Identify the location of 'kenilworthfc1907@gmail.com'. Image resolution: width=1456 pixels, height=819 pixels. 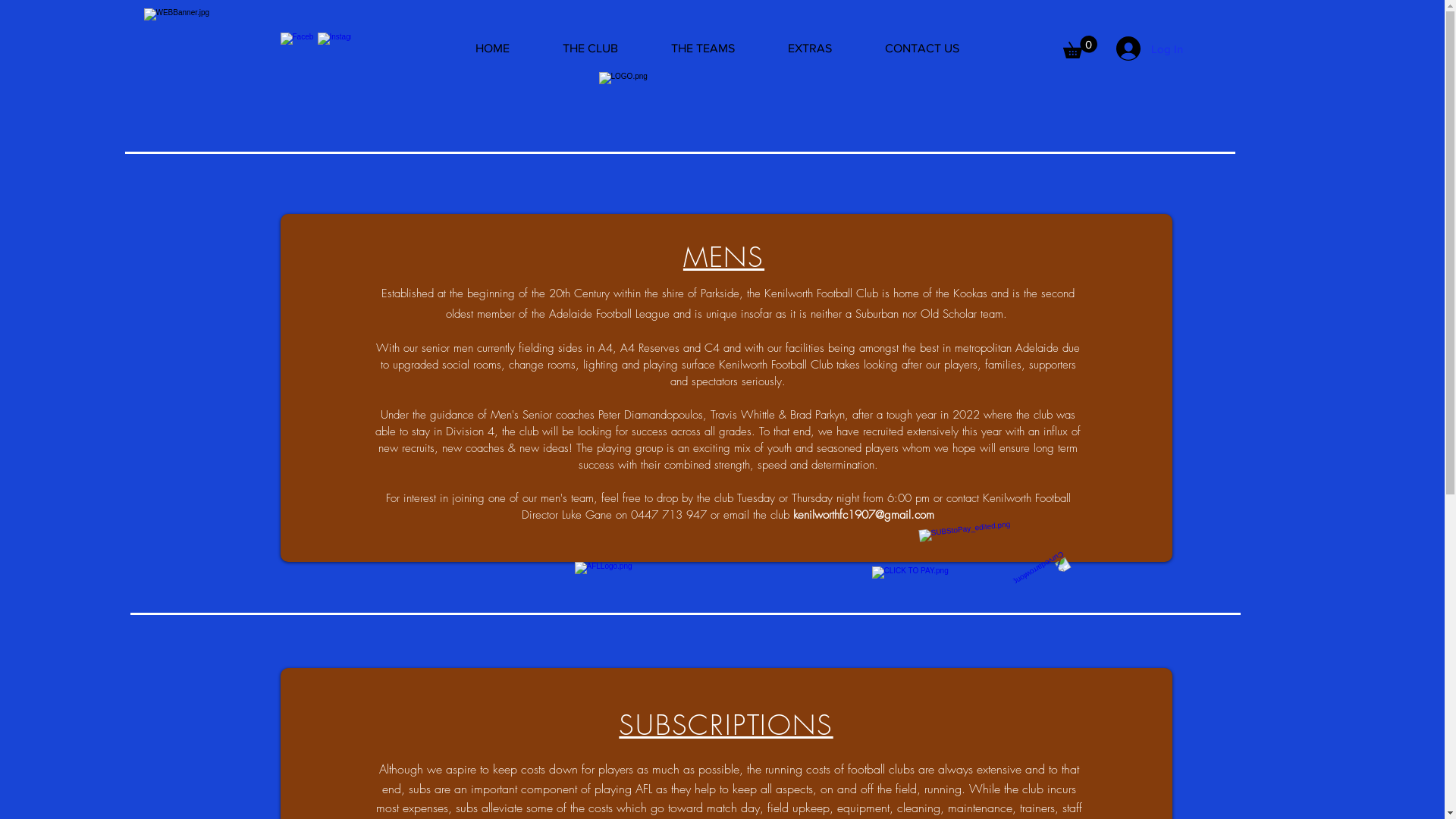
(863, 513).